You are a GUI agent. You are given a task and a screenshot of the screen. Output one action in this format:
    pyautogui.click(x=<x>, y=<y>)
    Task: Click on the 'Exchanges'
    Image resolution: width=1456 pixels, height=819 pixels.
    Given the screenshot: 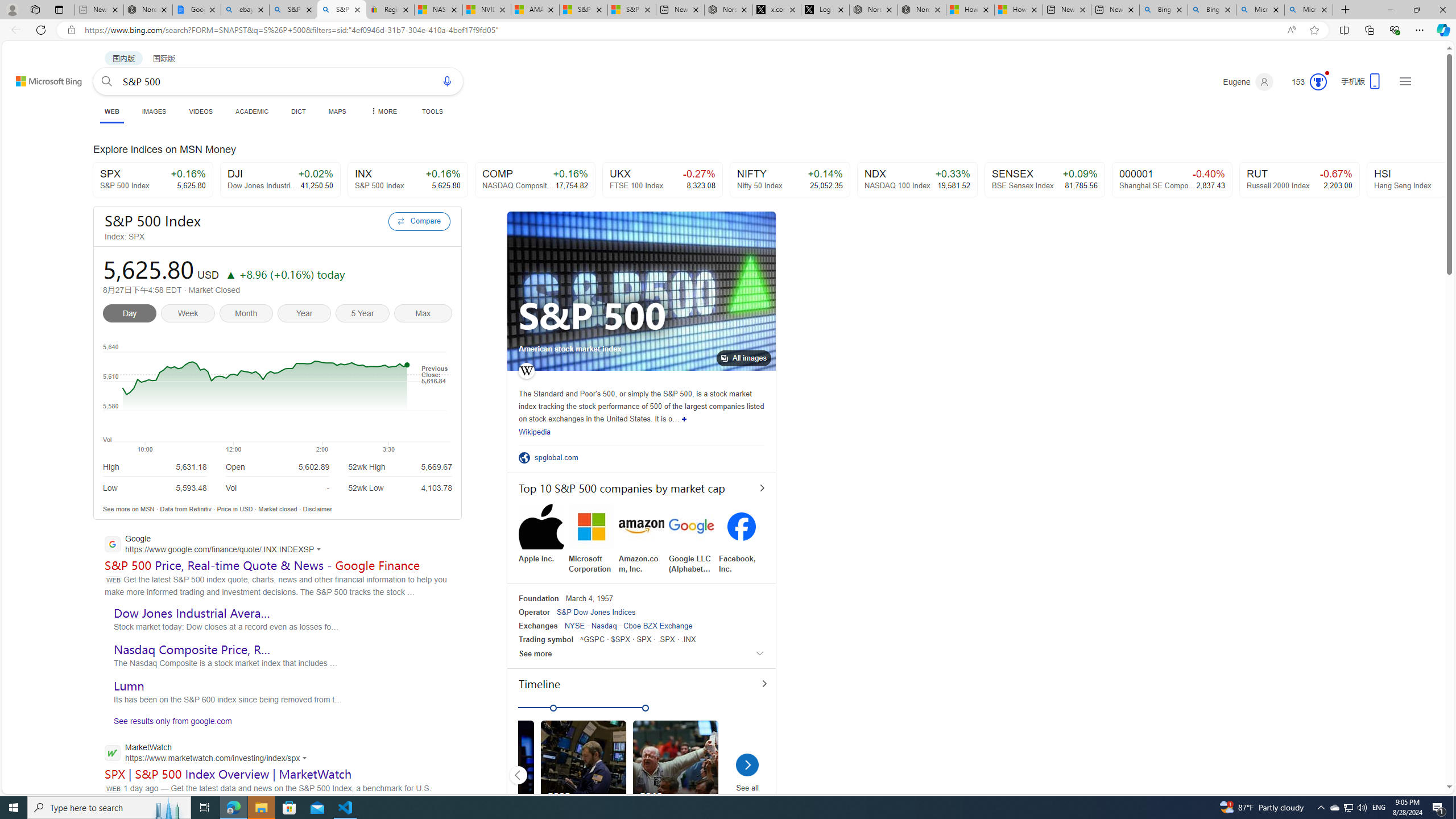 What is the action you would take?
    pyautogui.click(x=537, y=625)
    